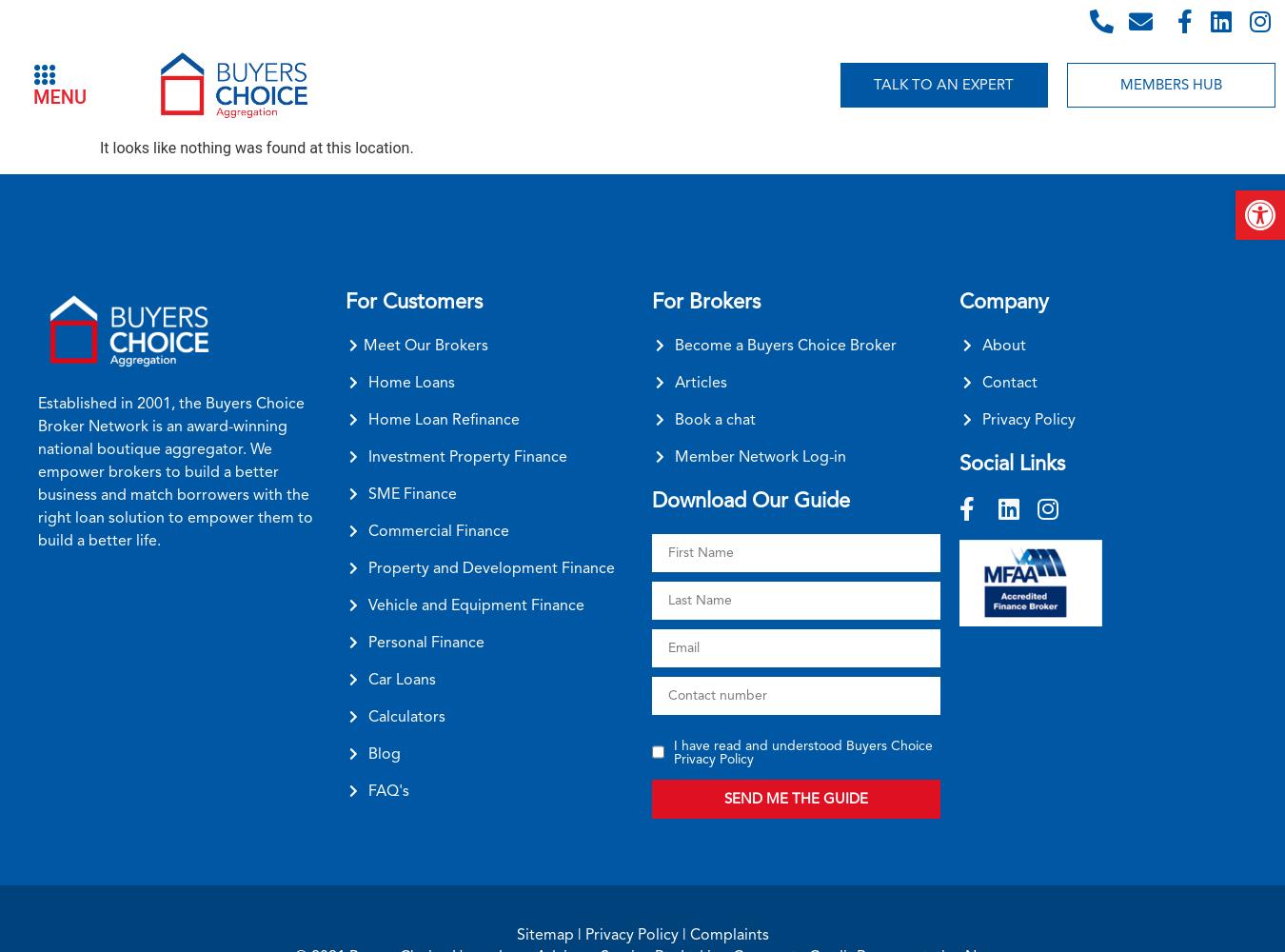 The width and height of the screenshot is (1285, 952). Describe the element at coordinates (1002, 344) in the screenshot. I see `'About'` at that location.